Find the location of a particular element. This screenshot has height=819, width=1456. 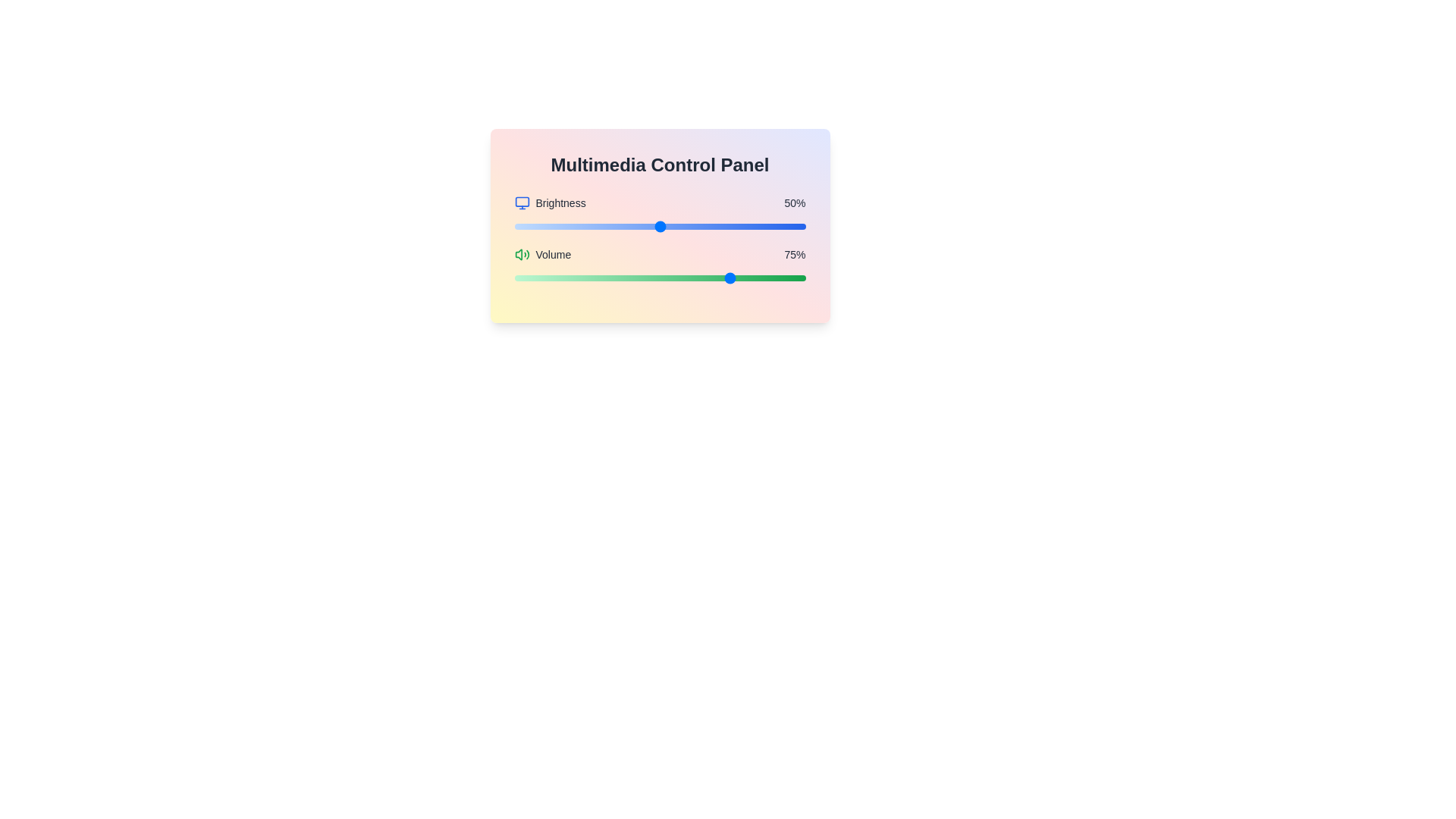

the brightness slider to set the brightness to 49% is located at coordinates (657, 227).